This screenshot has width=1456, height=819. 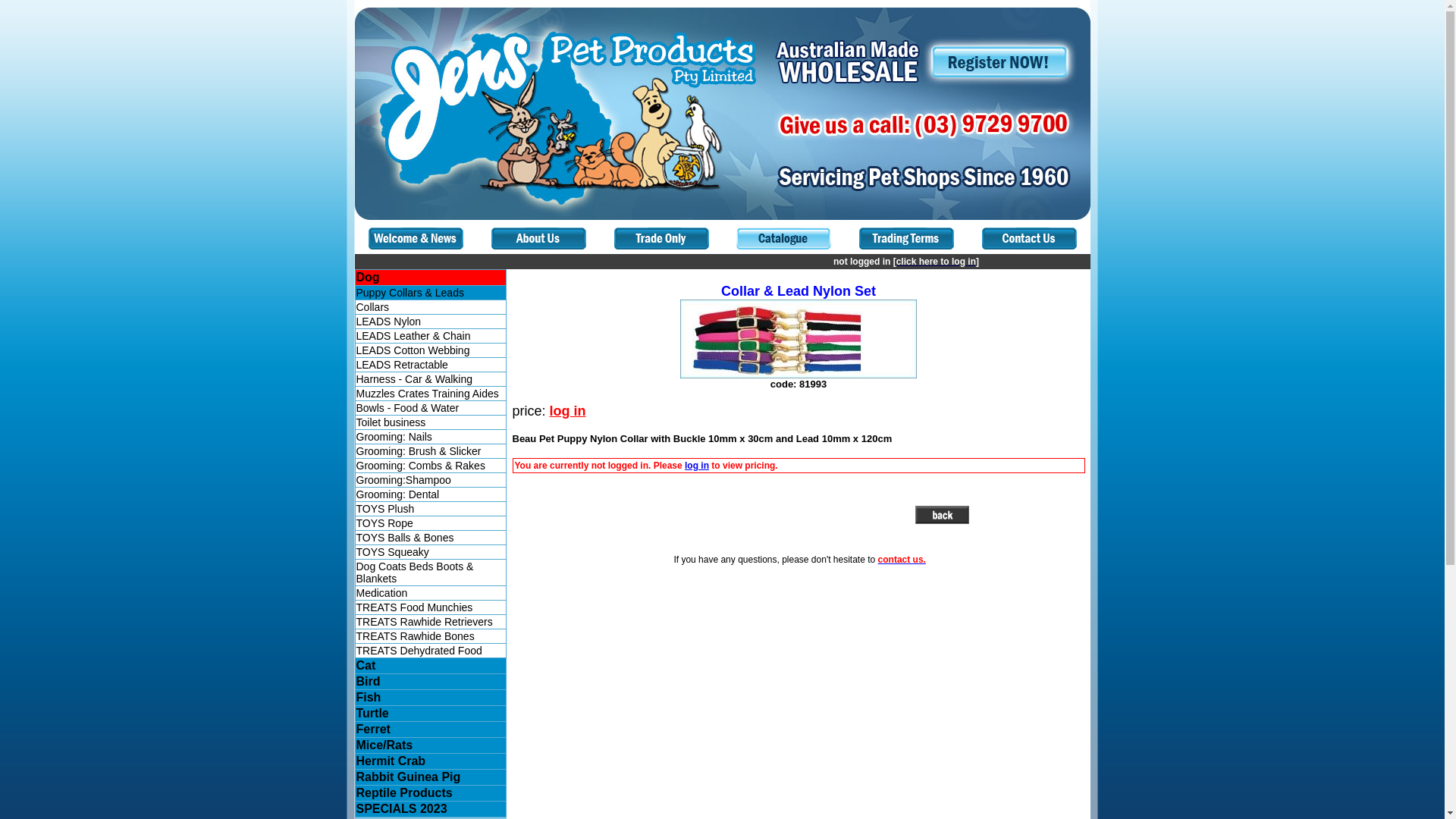 I want to click on 'Medication', so click(x=428, y=592).